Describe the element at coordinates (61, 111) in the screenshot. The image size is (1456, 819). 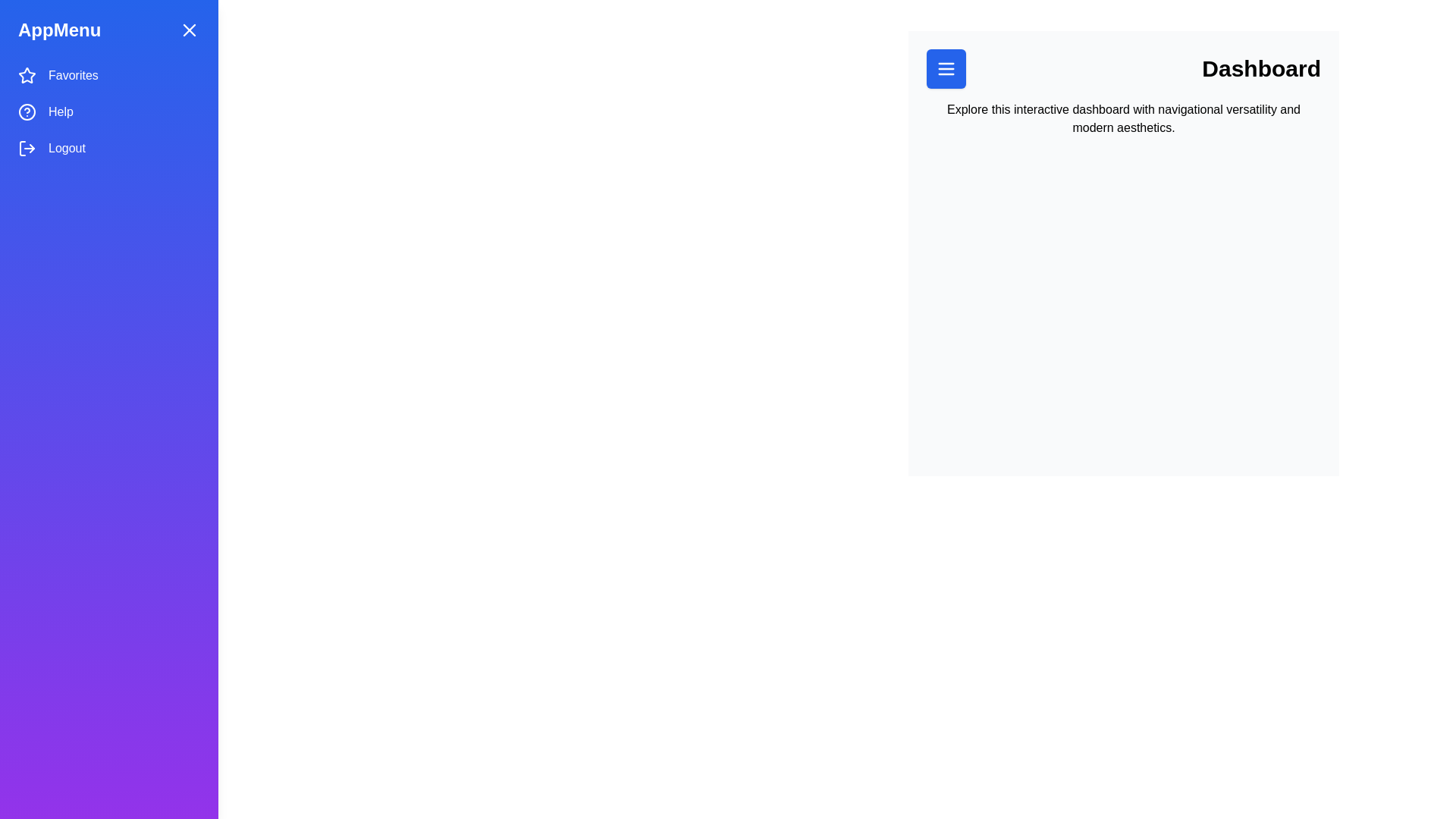
I see `'Help' label element, which is styled in white font against a blue gradient background, located in the 'AppMenu' interface, positioned below 'Favorites' and above 'Logout'` at that location.